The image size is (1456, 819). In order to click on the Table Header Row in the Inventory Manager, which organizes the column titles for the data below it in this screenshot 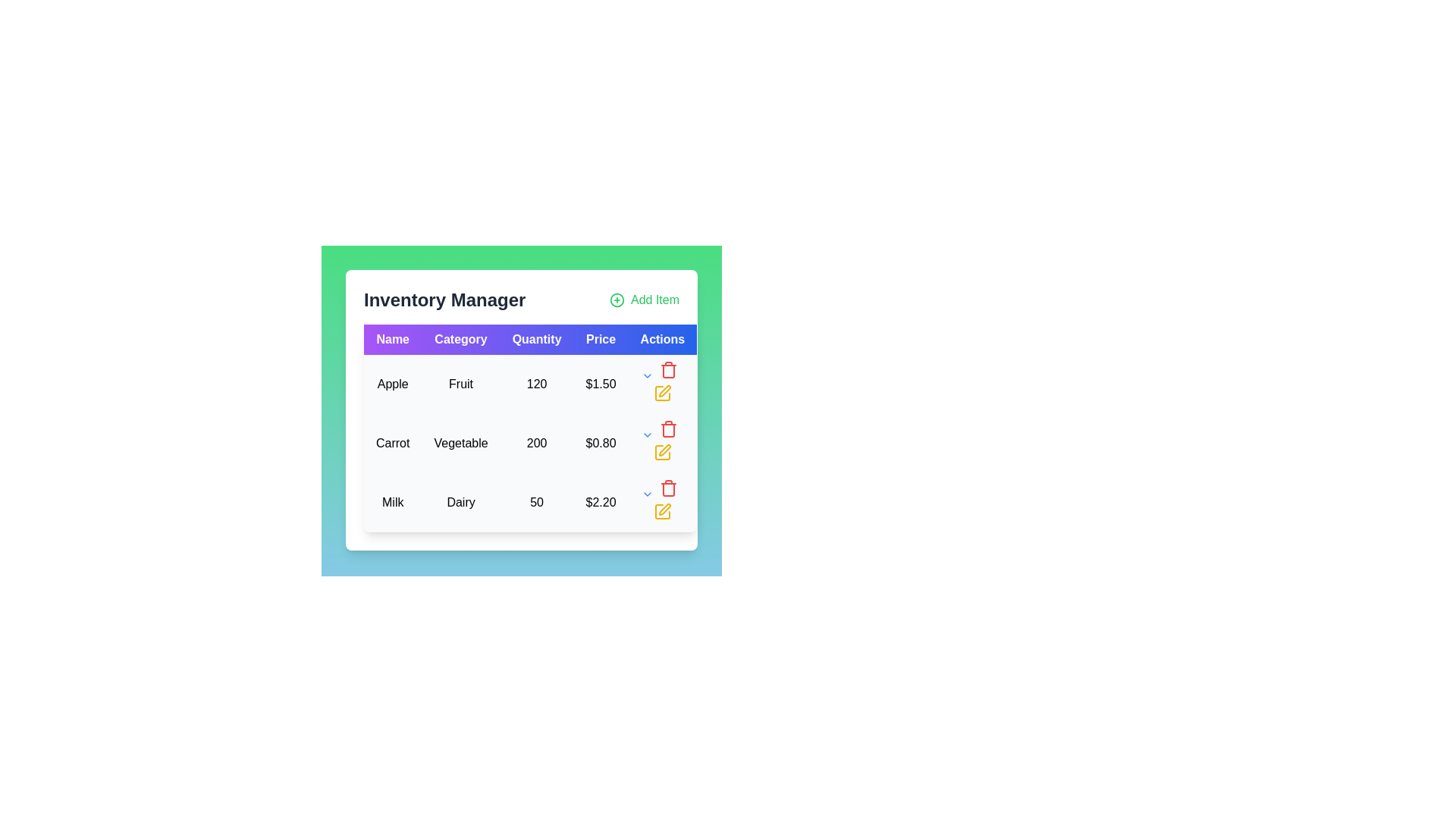, I will do `click(530, 338)`.